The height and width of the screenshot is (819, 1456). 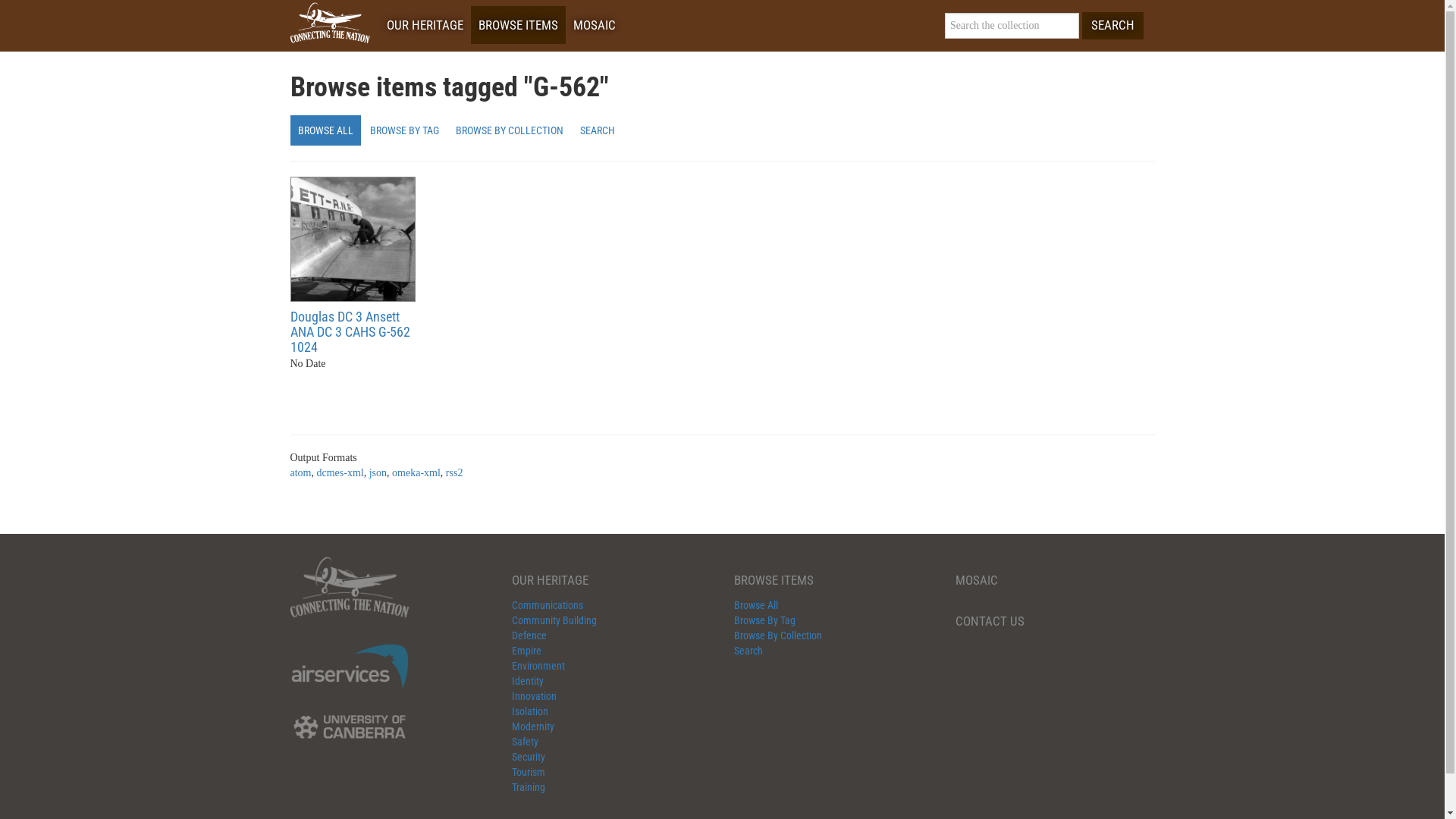 I want to click on 'Identity', so click(x=528, y=680).